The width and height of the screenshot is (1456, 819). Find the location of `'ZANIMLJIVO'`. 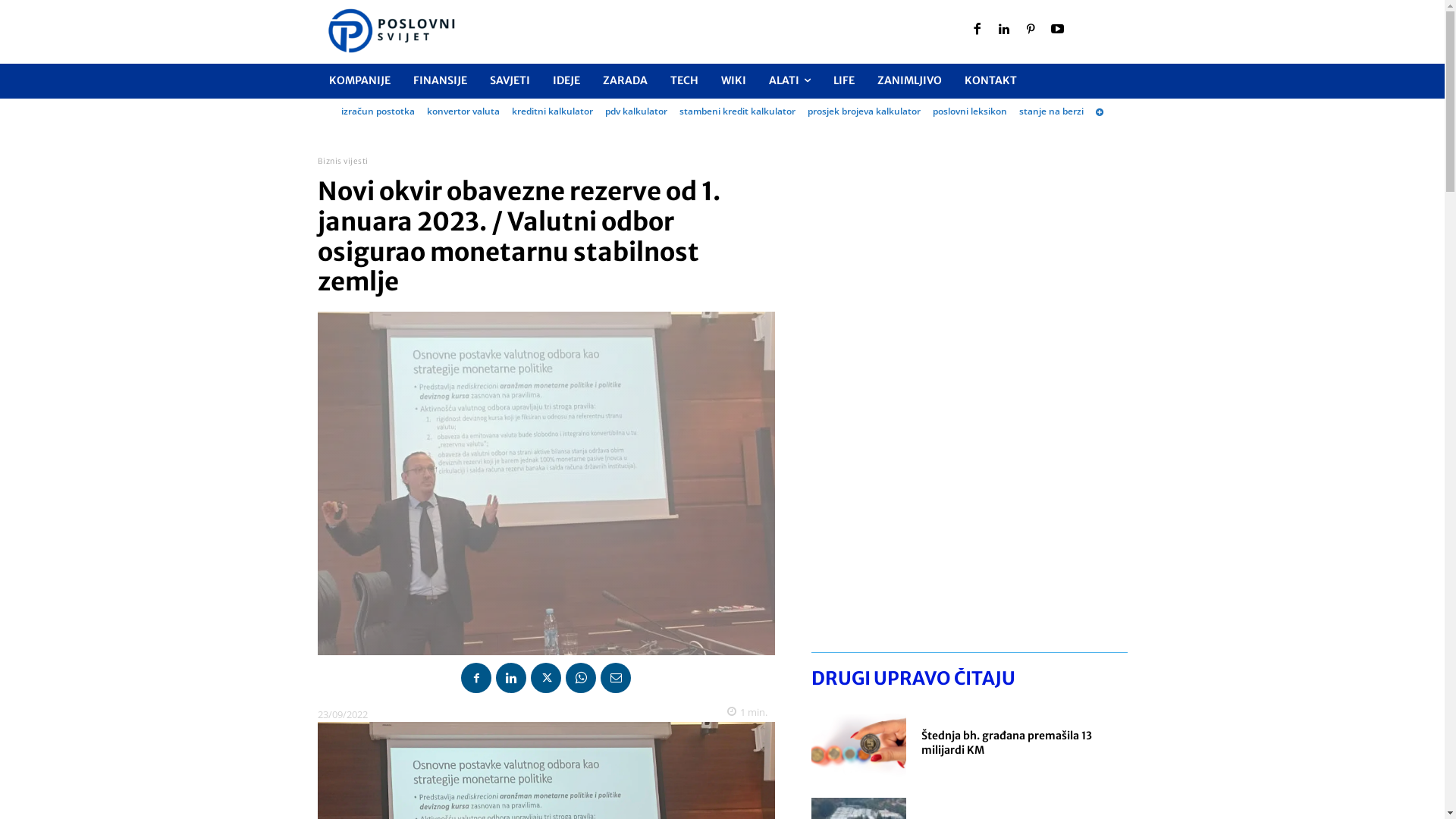

'ZANIMLJIVO' is located at coordinates (909, 80).